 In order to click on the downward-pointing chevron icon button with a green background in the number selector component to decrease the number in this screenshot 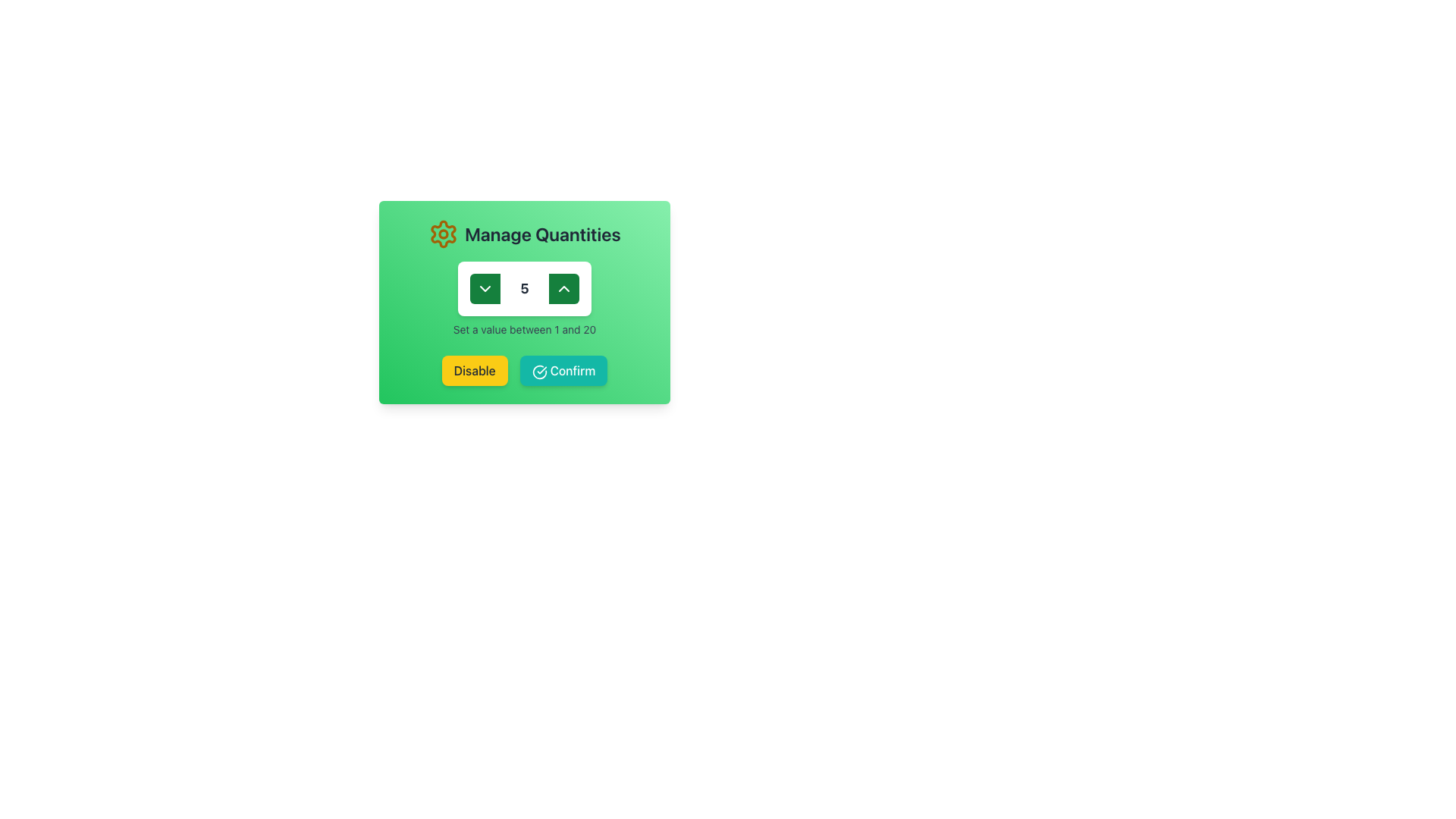, I will do `click(484, 289)`.